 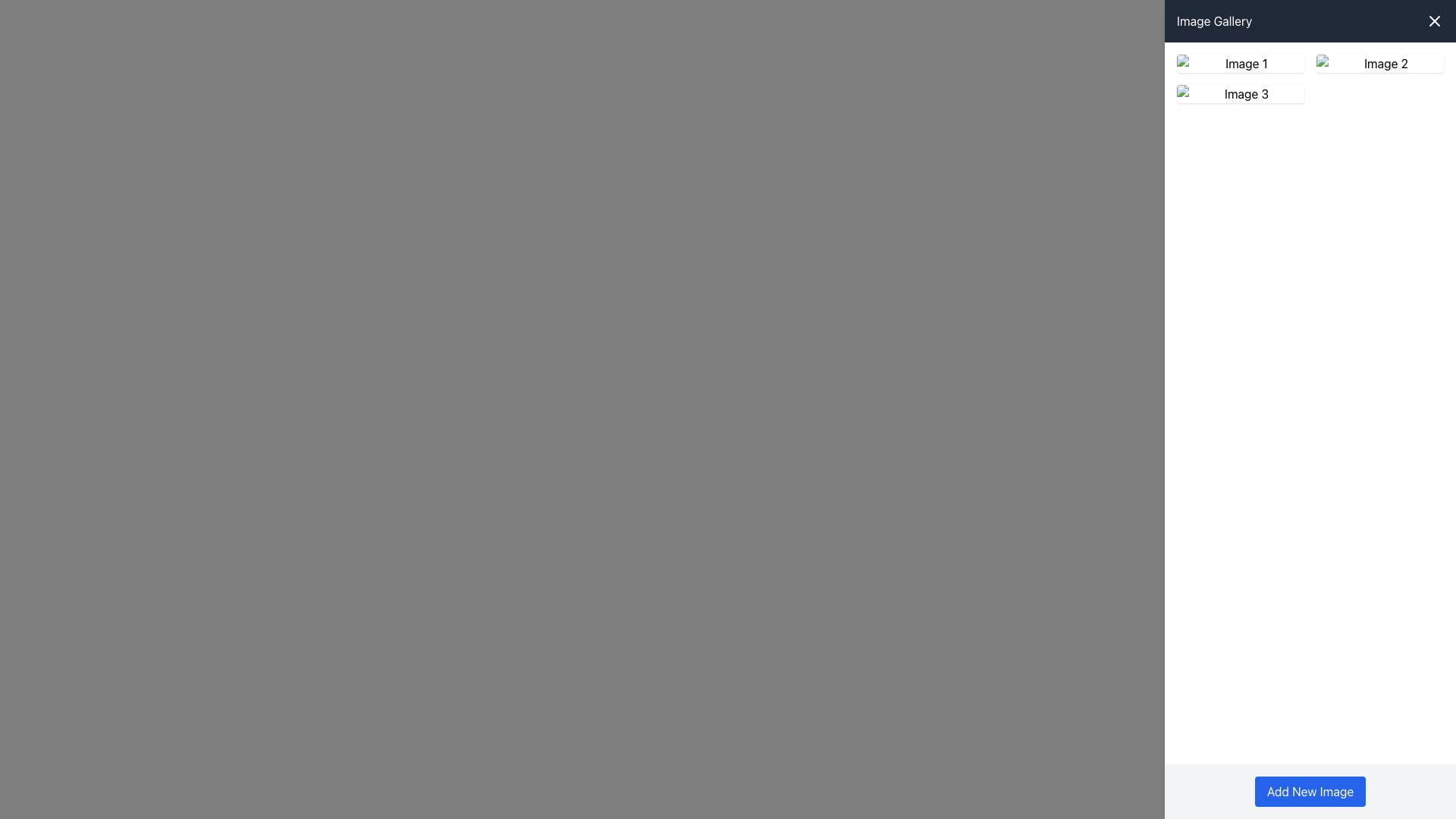 I want to click on the pen icon within the SVG graphic, so click(x=1382, y=61).